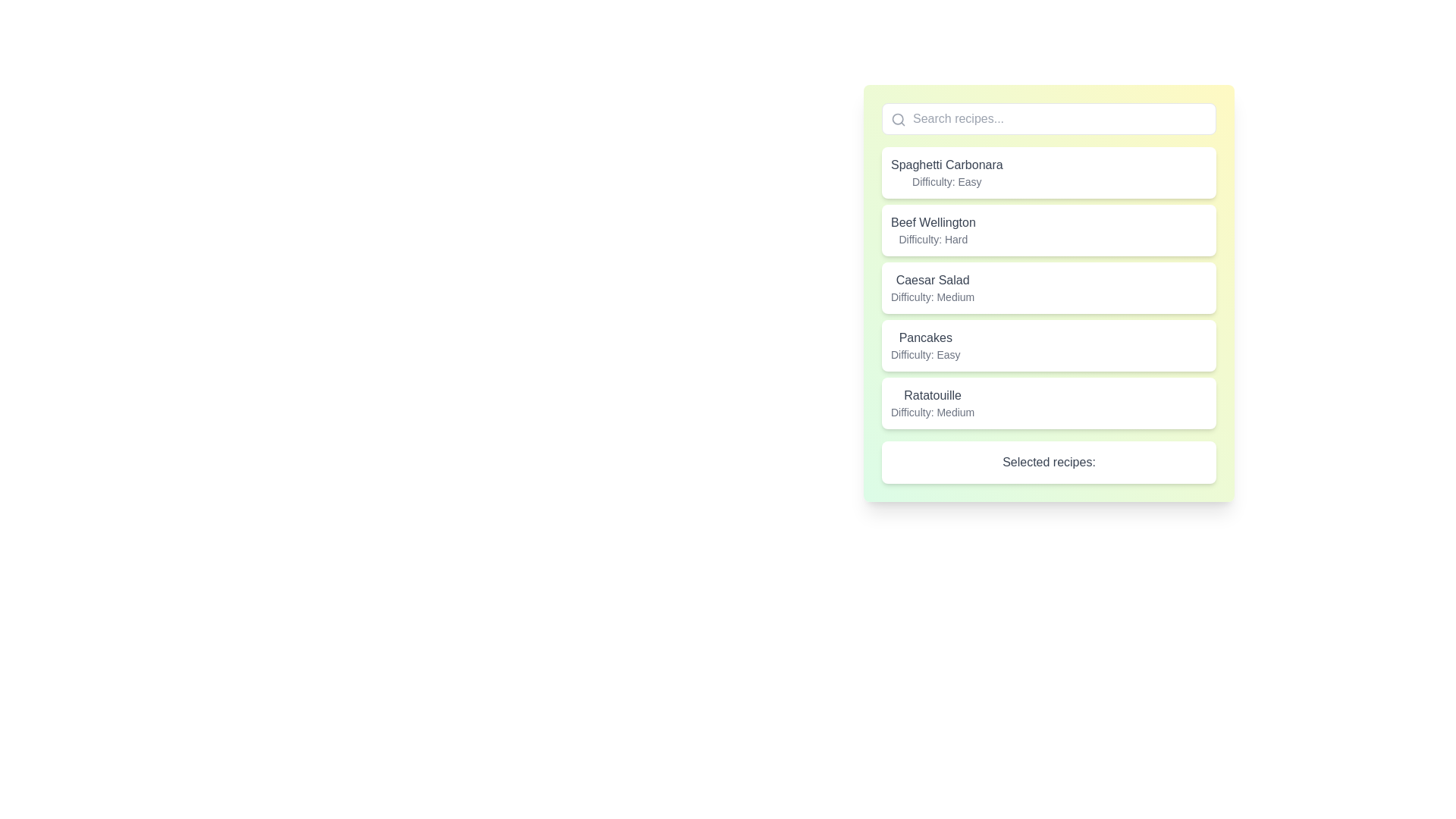 The image size is (1456, 819). What do you see at coordinates (898, 118) in the screenshot?
I see `the SVG Circle element, which has a gray border and is located at the top-left corner of the search bar, representing the search functionality` at bounding box center [898, 118].